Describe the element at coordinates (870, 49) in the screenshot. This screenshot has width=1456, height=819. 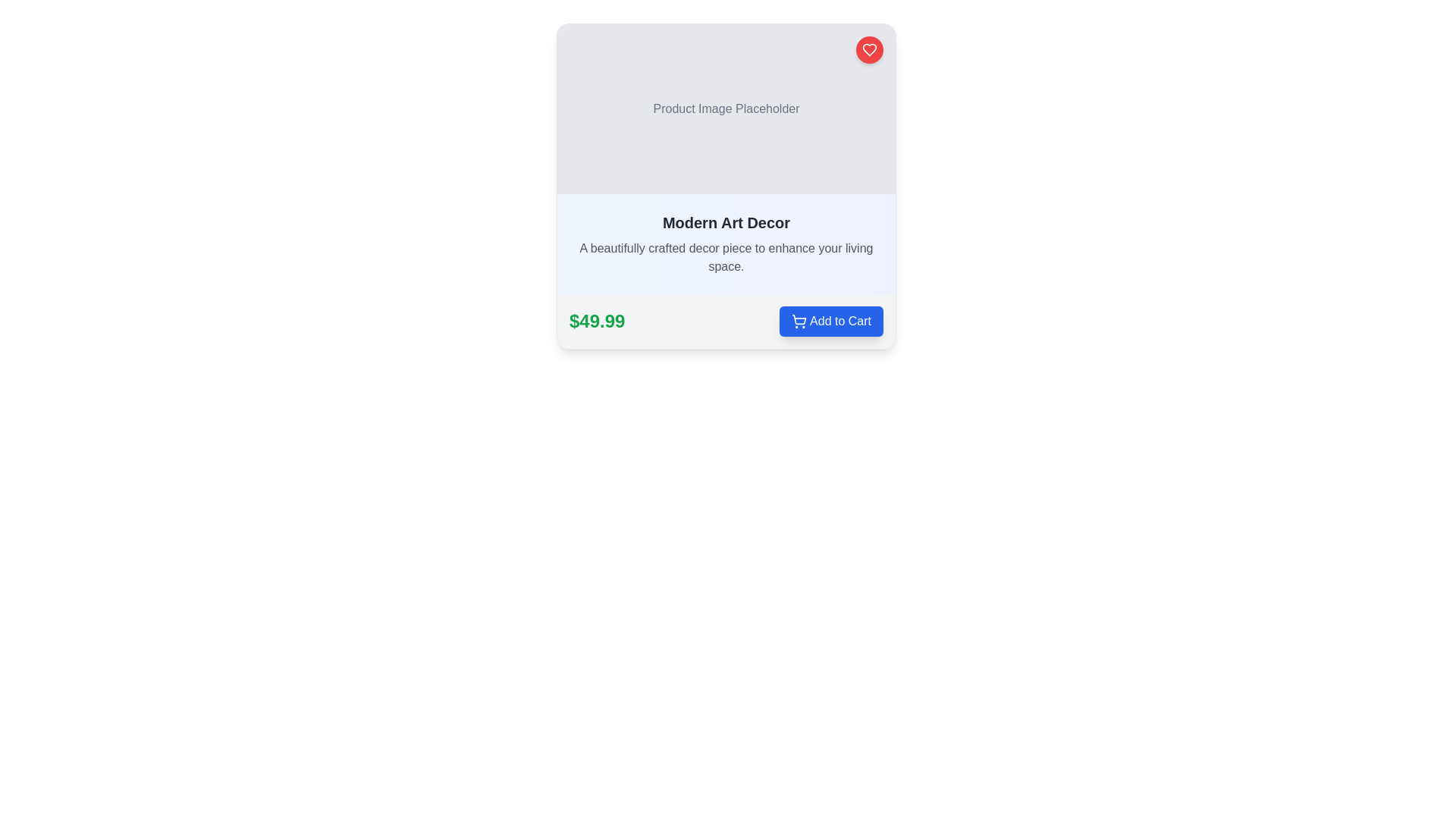
I see `the heart icon, styled with a red fill and located in the top-right corner of a card interface, to trigger the tooltip` at that location.